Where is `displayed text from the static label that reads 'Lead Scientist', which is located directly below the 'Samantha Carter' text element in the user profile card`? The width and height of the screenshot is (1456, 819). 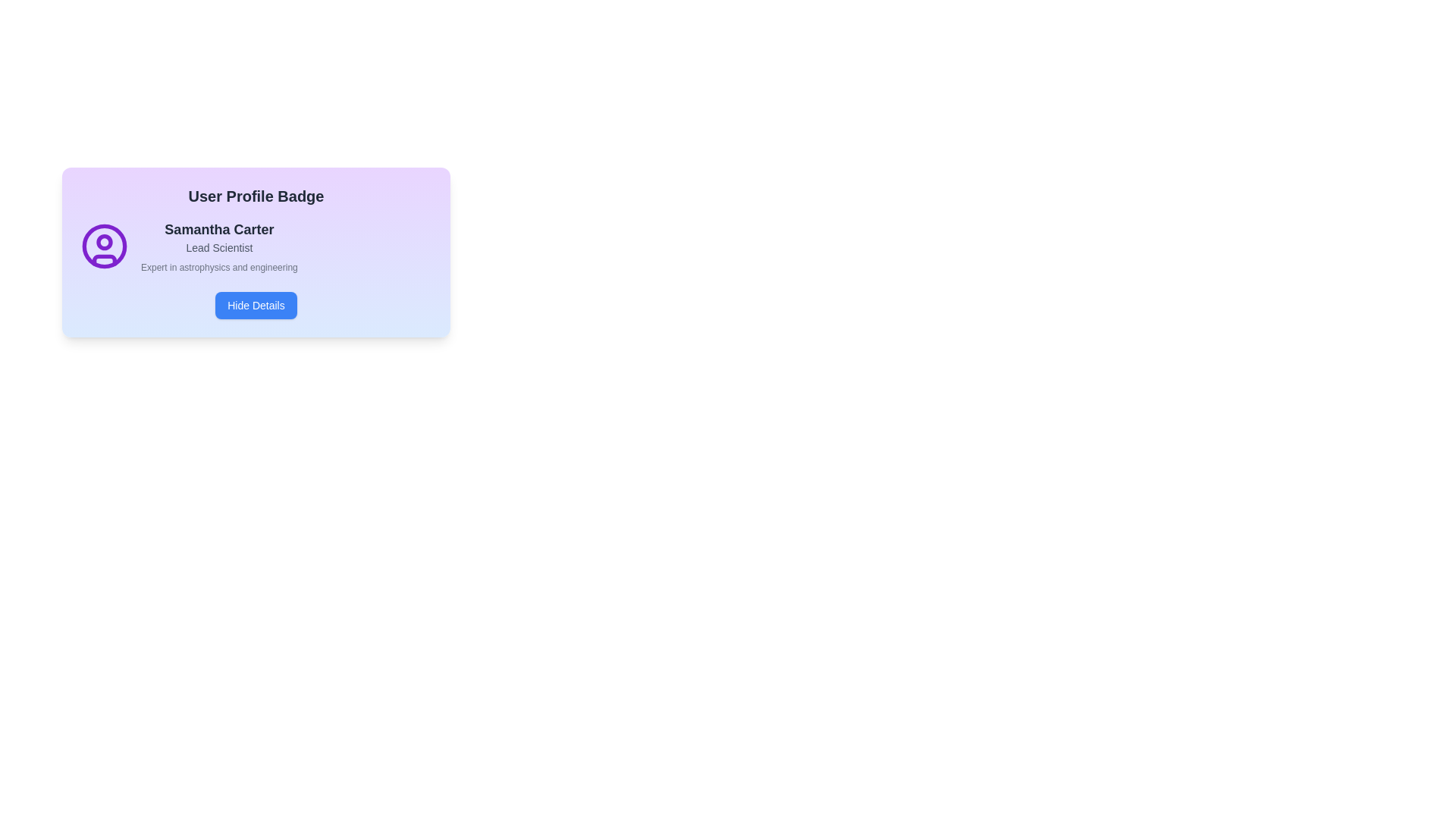 displayed text from the static label that reads 'Lead Scientist', which is located directly below the 'Samantha Carter' text element in the user profile card is located at coordinates (218, 247).